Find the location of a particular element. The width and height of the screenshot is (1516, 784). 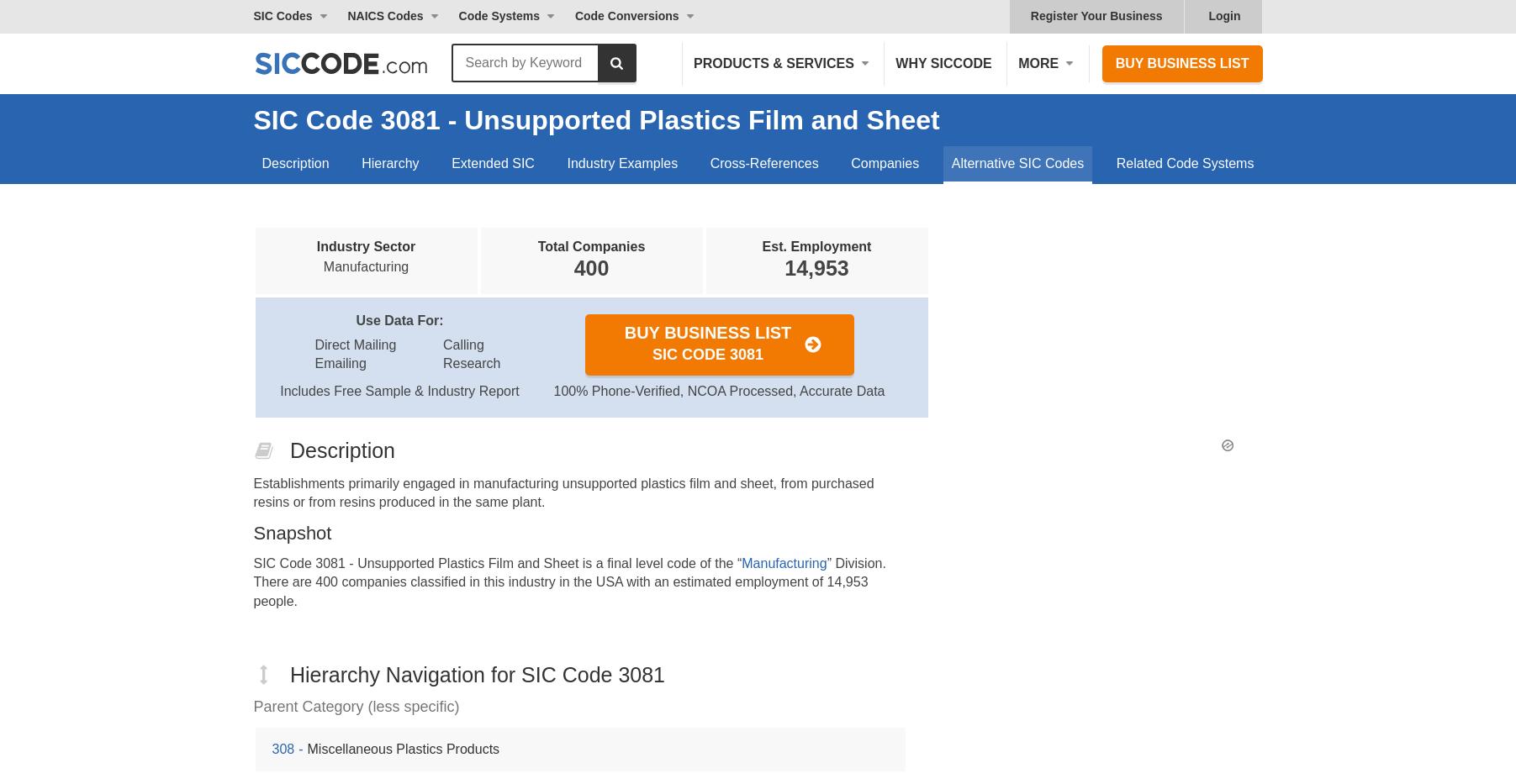

'Total Companies' is located at coordinates (589, 246).